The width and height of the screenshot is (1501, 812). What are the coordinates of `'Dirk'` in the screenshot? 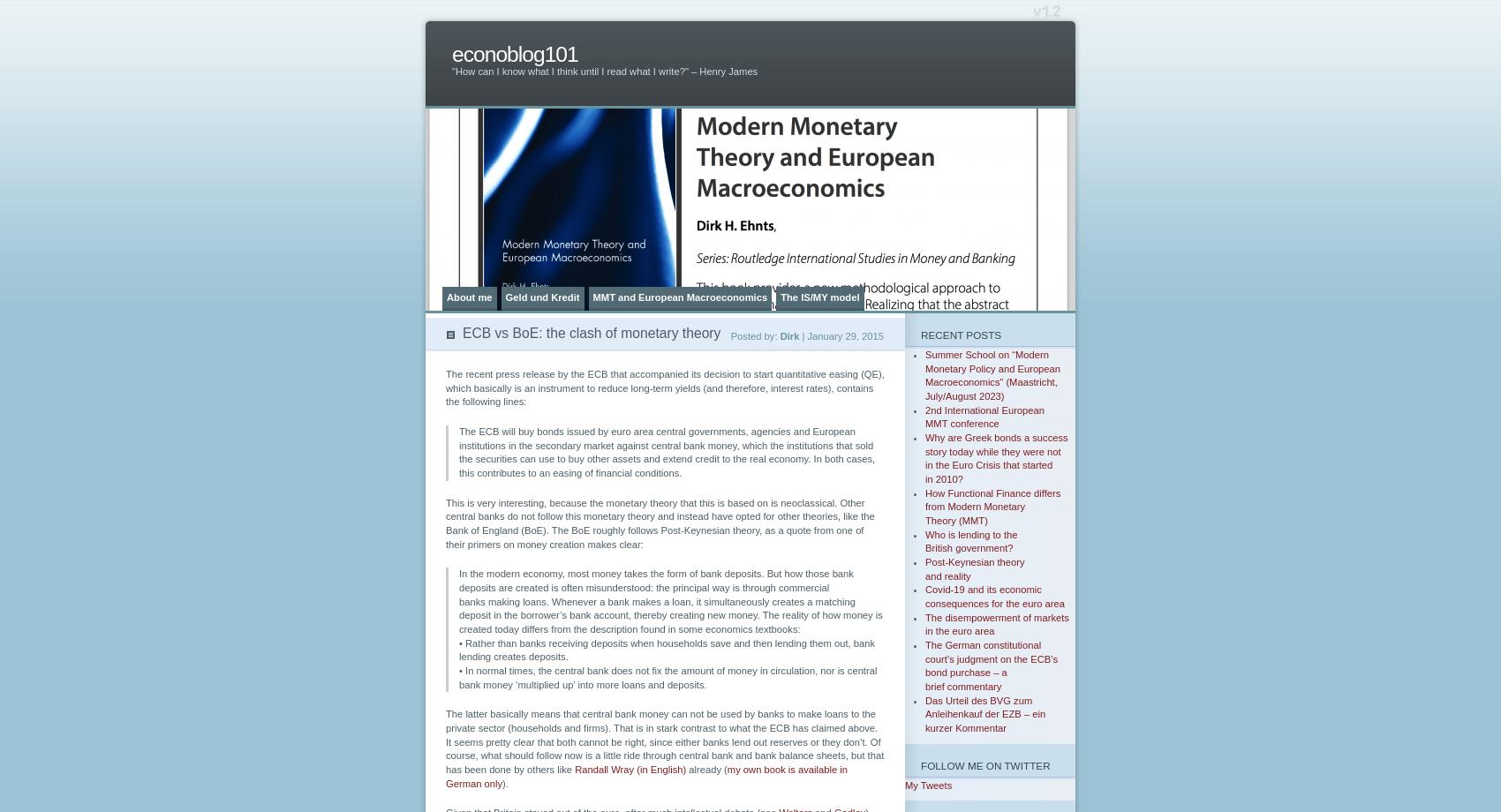 It's located at (789, 335).